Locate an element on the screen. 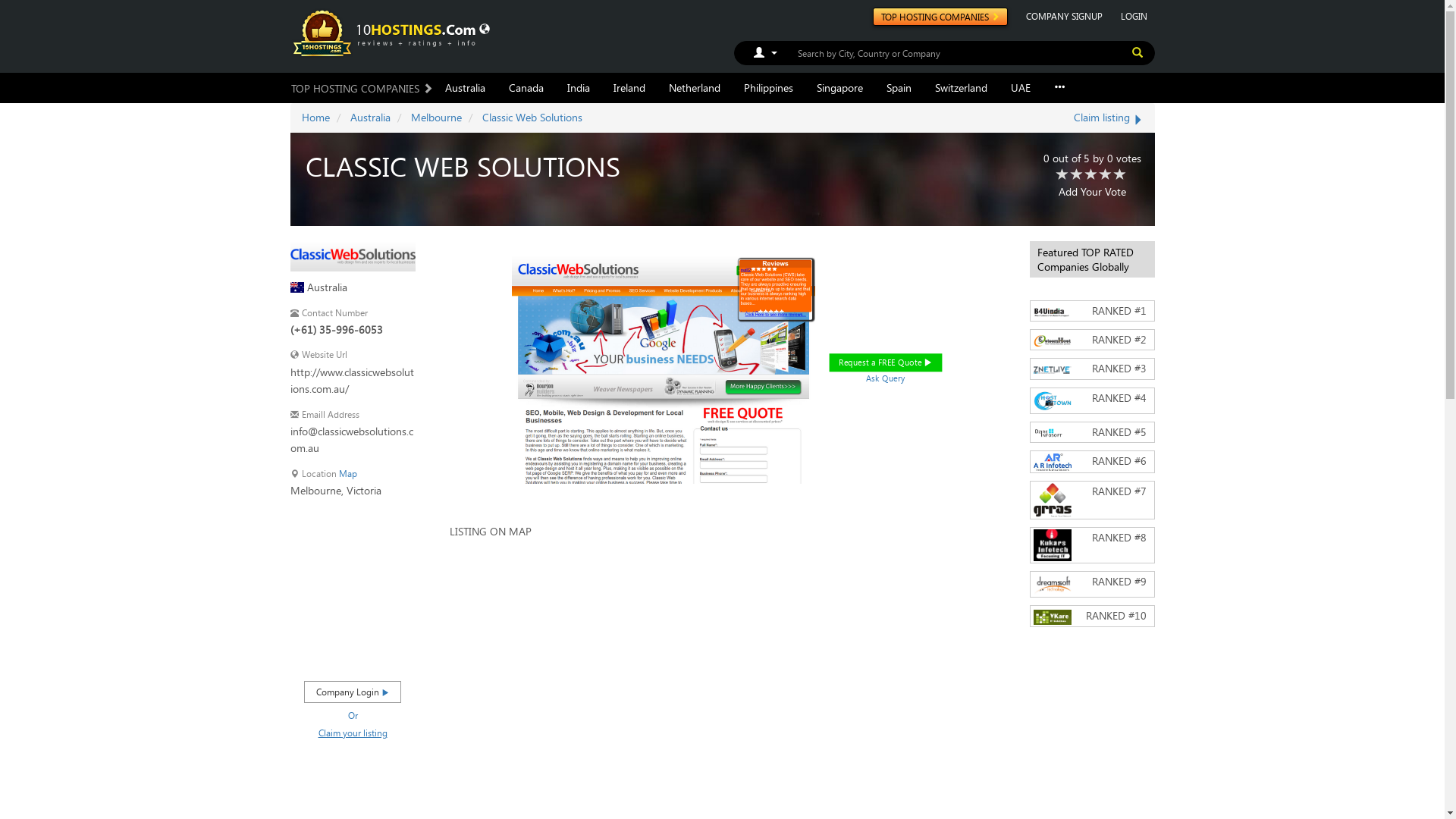 Image resolution: width=1456 pixels, height=819 pixels. 'Philippines' is located at coordinates (768, 87).